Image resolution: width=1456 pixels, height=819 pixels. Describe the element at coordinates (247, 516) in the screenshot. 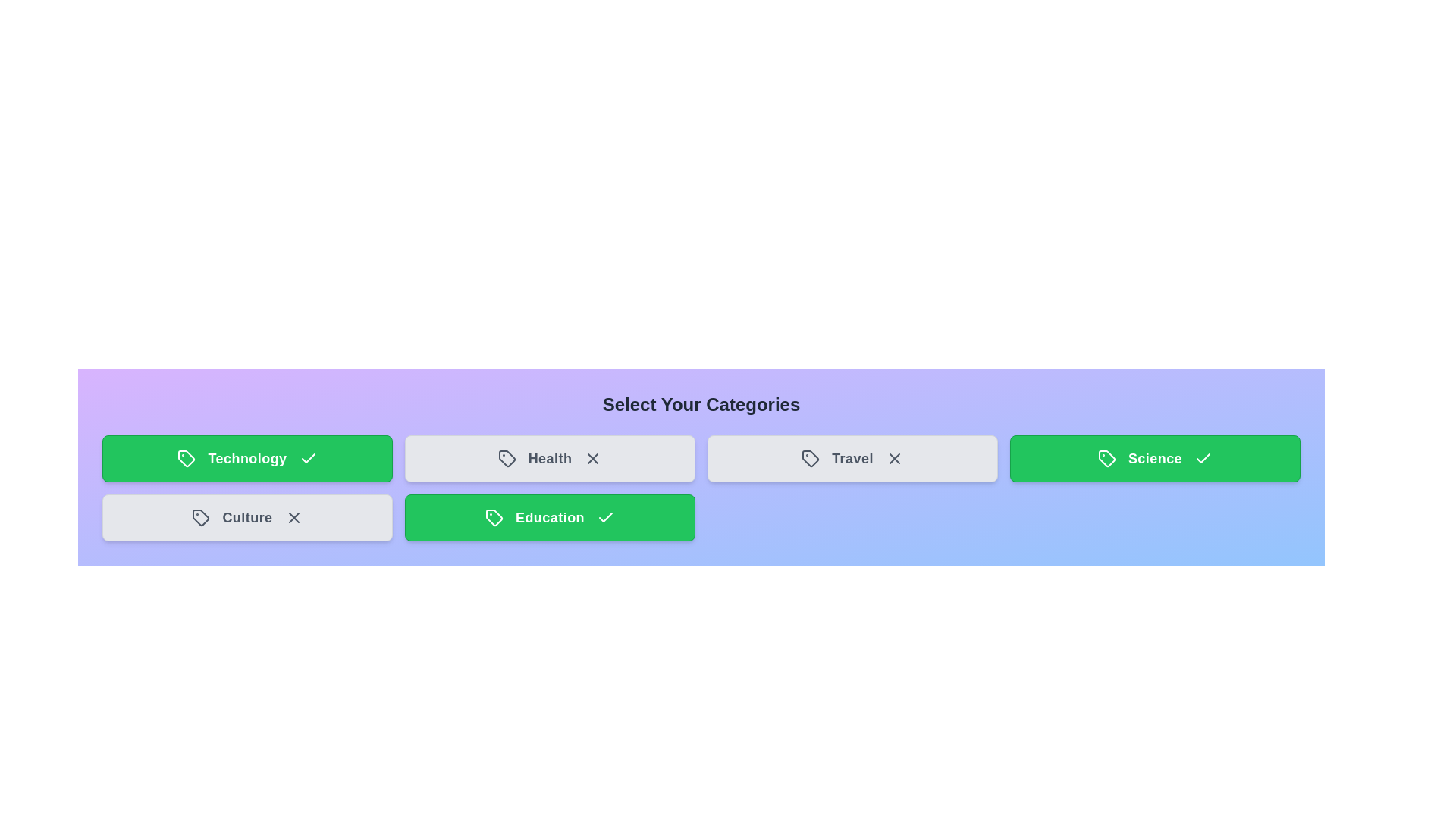

I see `the category tile labeled Culture` at that location.